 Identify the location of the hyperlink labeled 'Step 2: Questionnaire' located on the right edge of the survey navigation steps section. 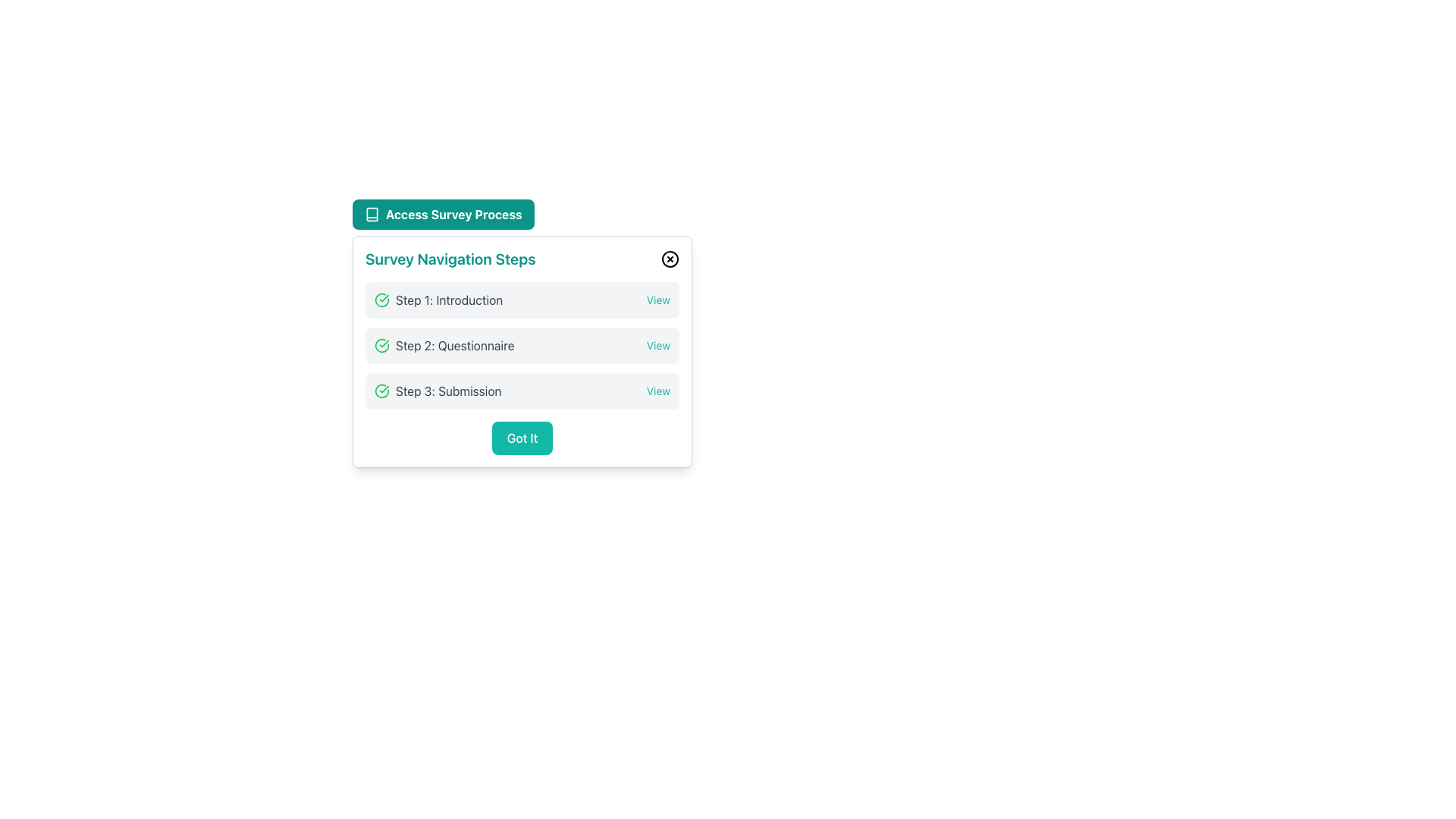
(658, 345).